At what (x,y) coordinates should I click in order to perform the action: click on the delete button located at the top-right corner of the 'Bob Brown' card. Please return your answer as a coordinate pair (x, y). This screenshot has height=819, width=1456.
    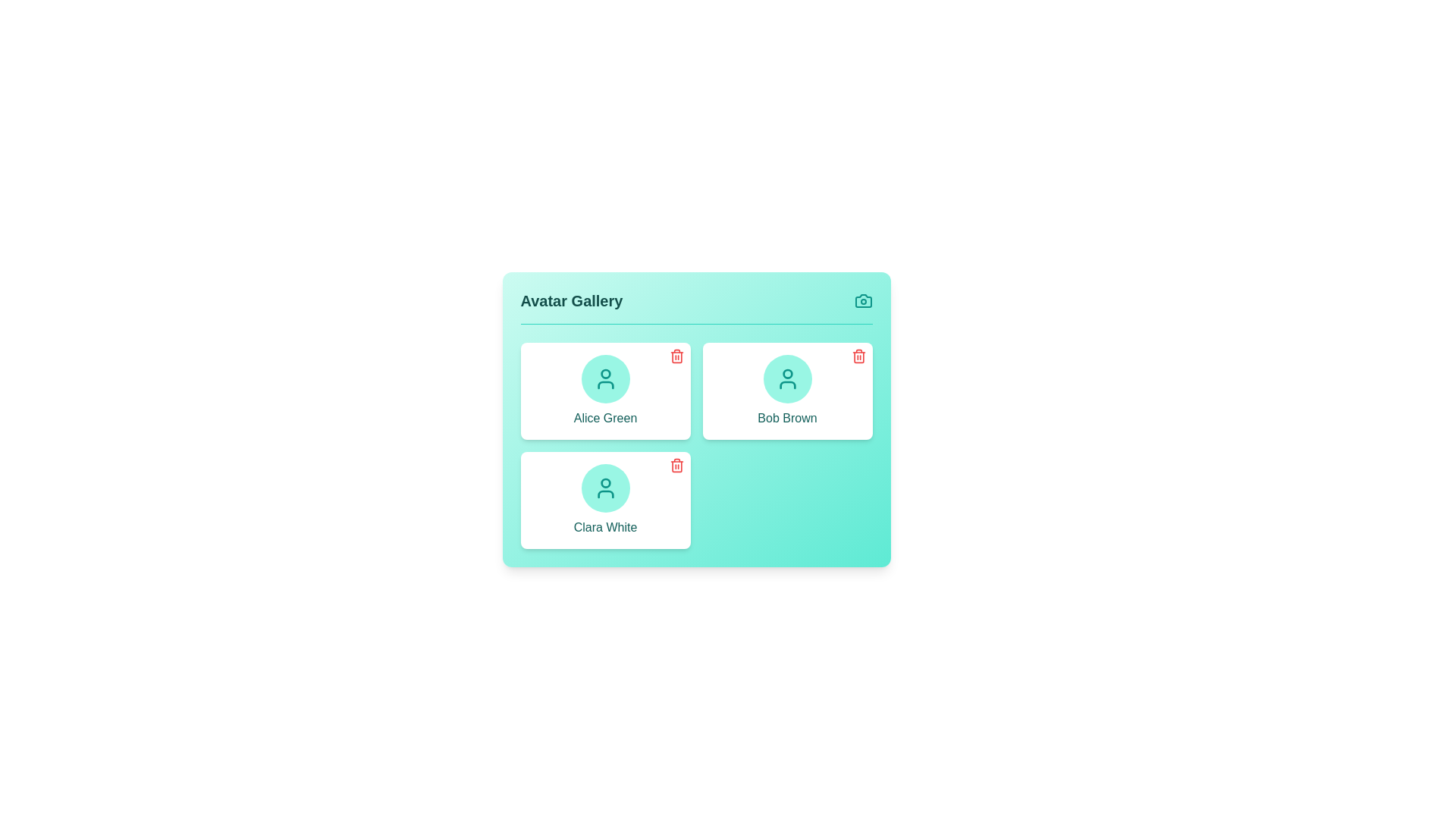
    Looking at the image, I should click on (858, 356).